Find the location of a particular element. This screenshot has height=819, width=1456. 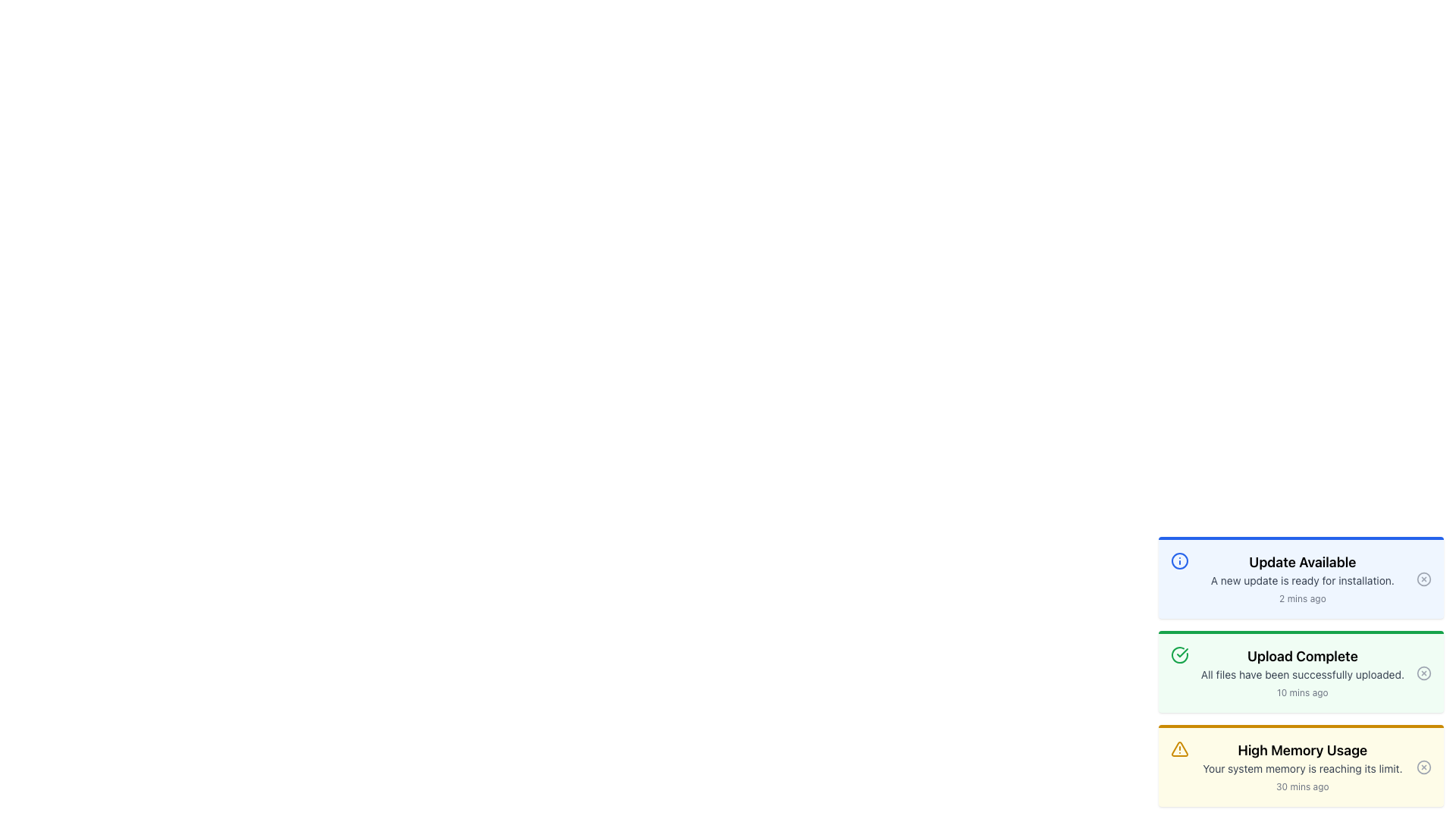

the text label displaying '30 mins ago' located at the bottom-right of the notification card titled 'High Memory Usage' is located at coordinates (1301, 786).